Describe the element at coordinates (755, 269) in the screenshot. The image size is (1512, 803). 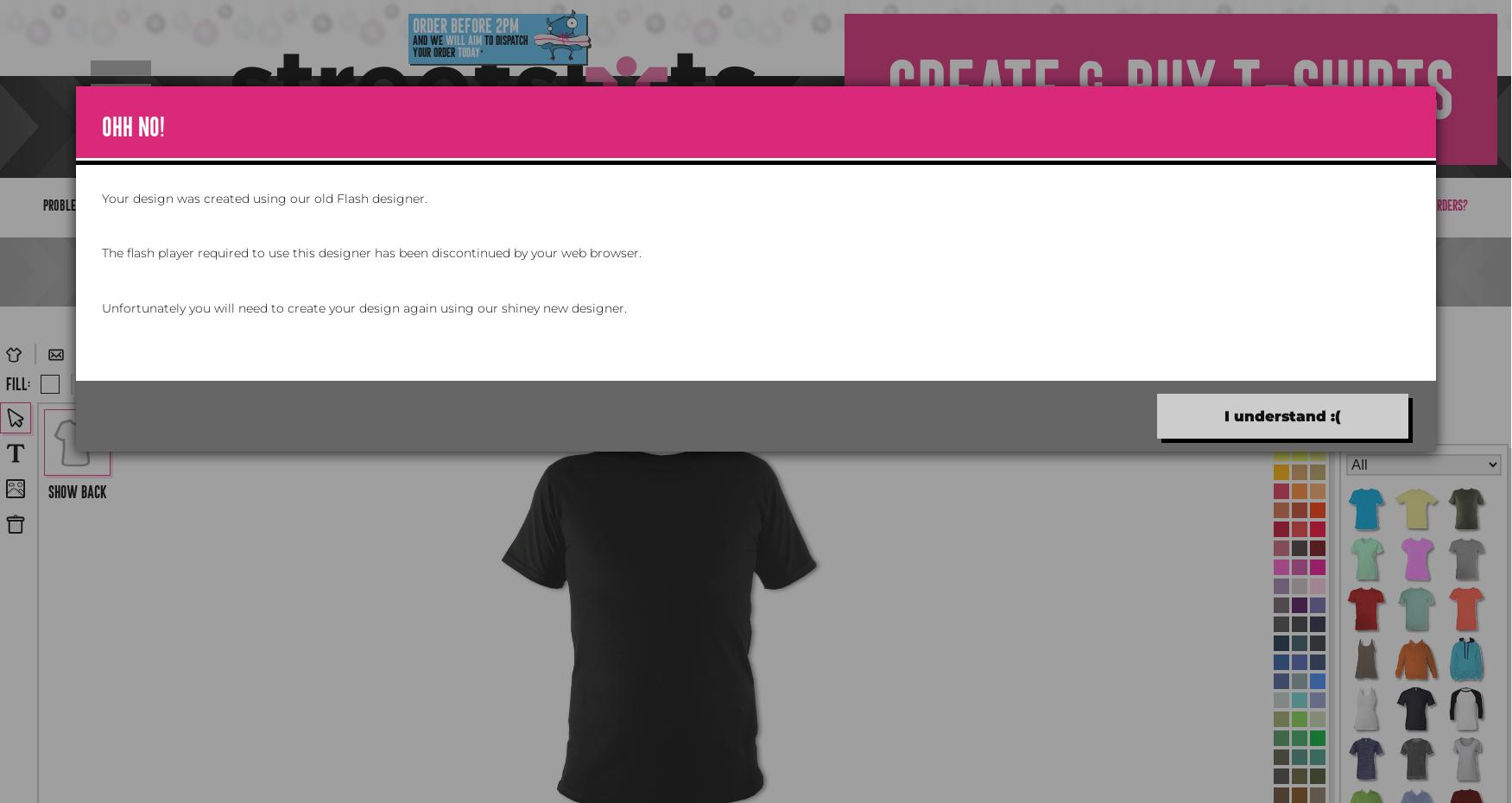
I see `'Design Your Own T Shirts Using Our Award-Winning Software'` at that location.